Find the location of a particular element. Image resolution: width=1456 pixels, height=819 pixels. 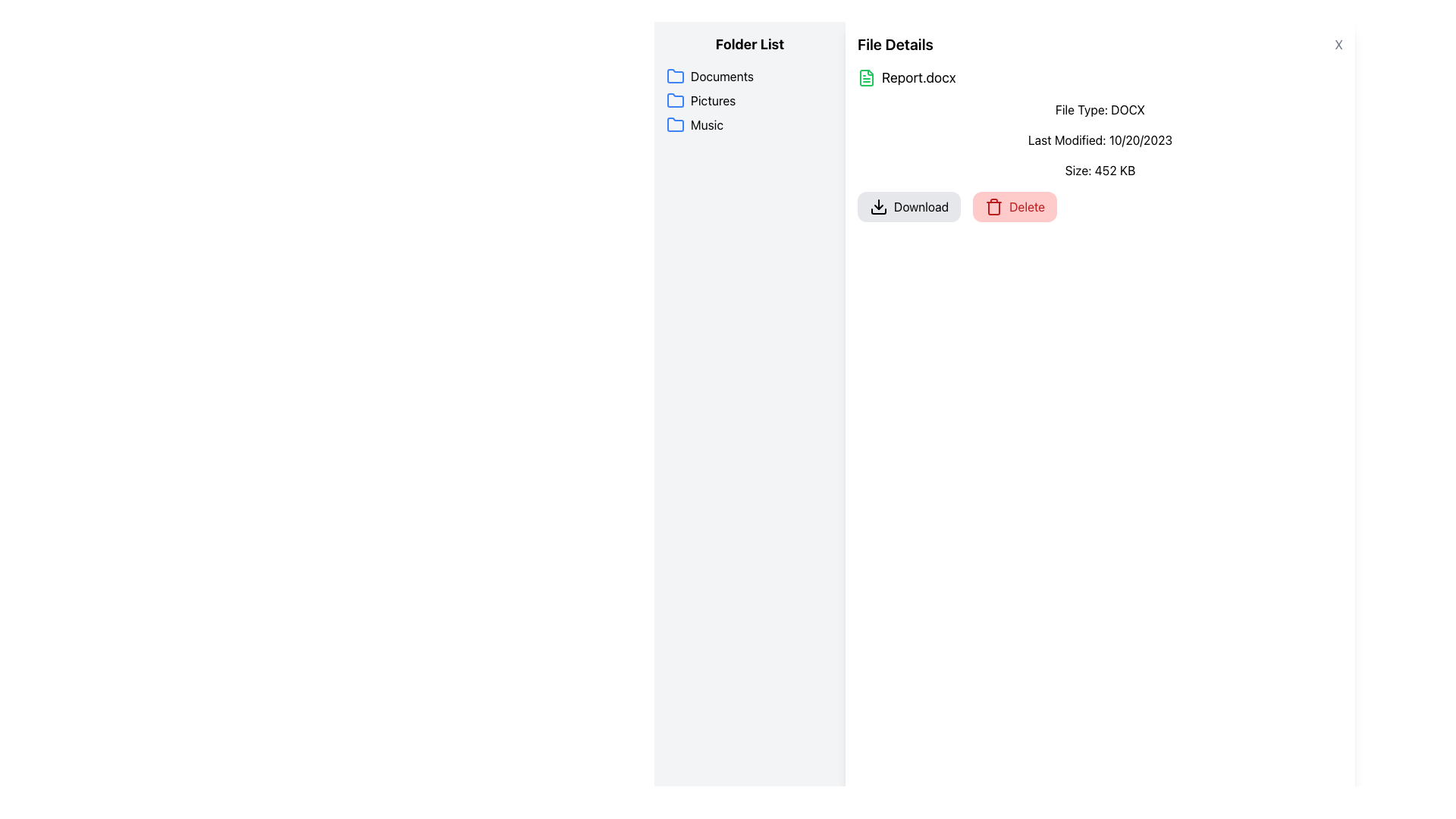

the download icon located within the 'Download' button on the right-hand side of the interface in the 'File Details' section to initiate file download is located at coordinates (878, 211).